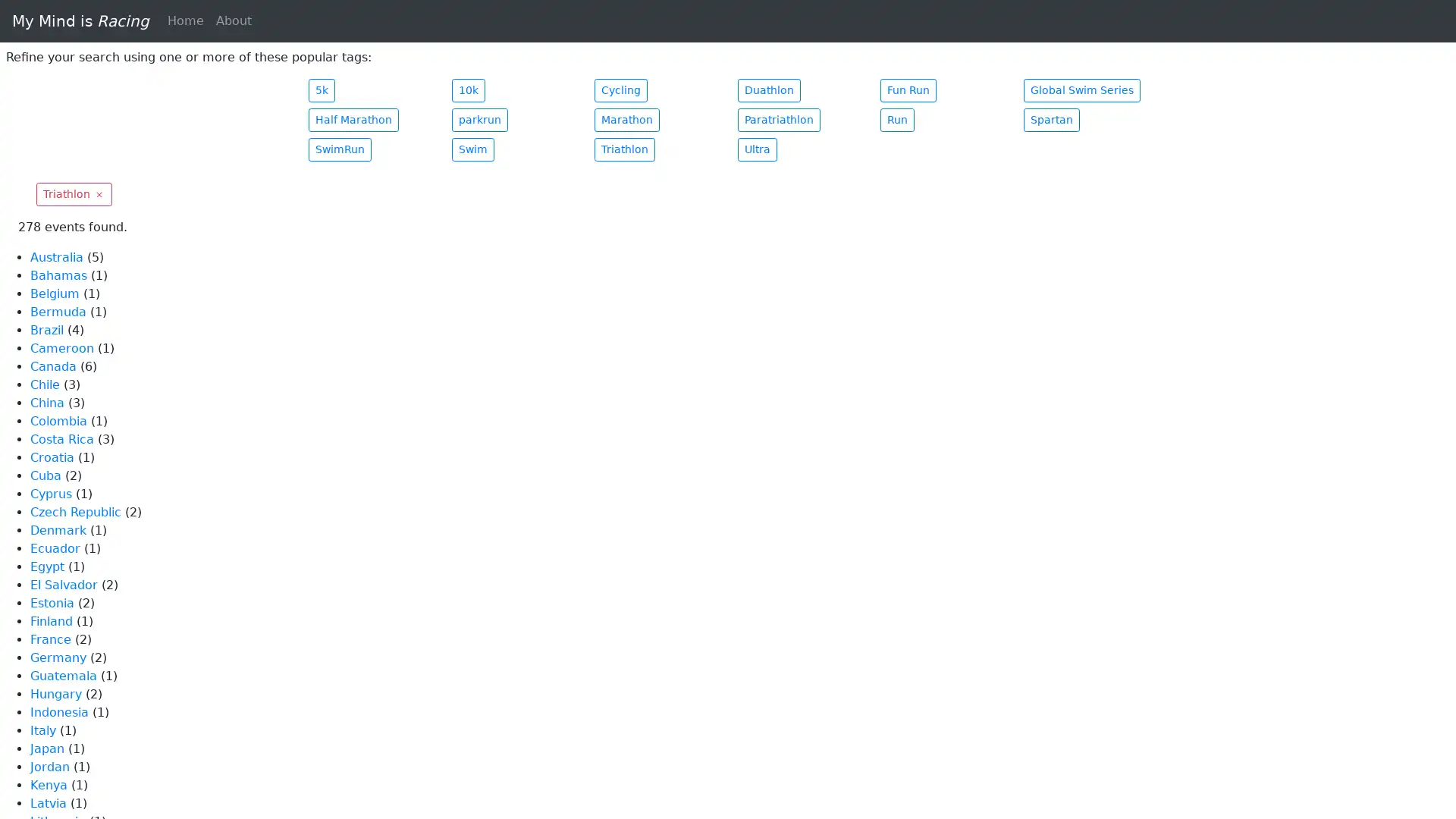 Image resolution: width=1456 pixels, height=819 pixels. I want to click on 10k, so click(467, 90).